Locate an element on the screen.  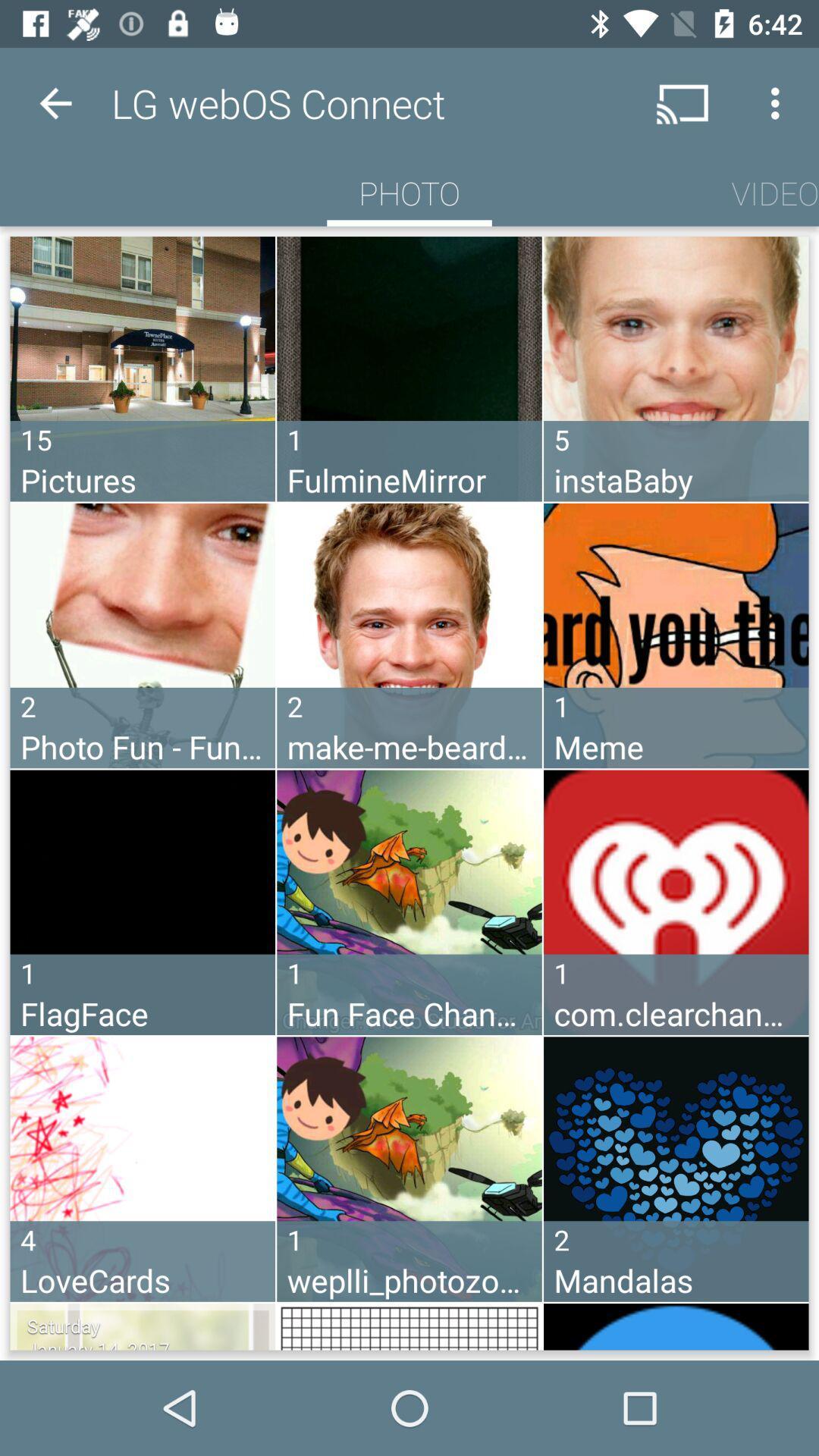
the item next to the photo icon is located at coordinates (775, 192).